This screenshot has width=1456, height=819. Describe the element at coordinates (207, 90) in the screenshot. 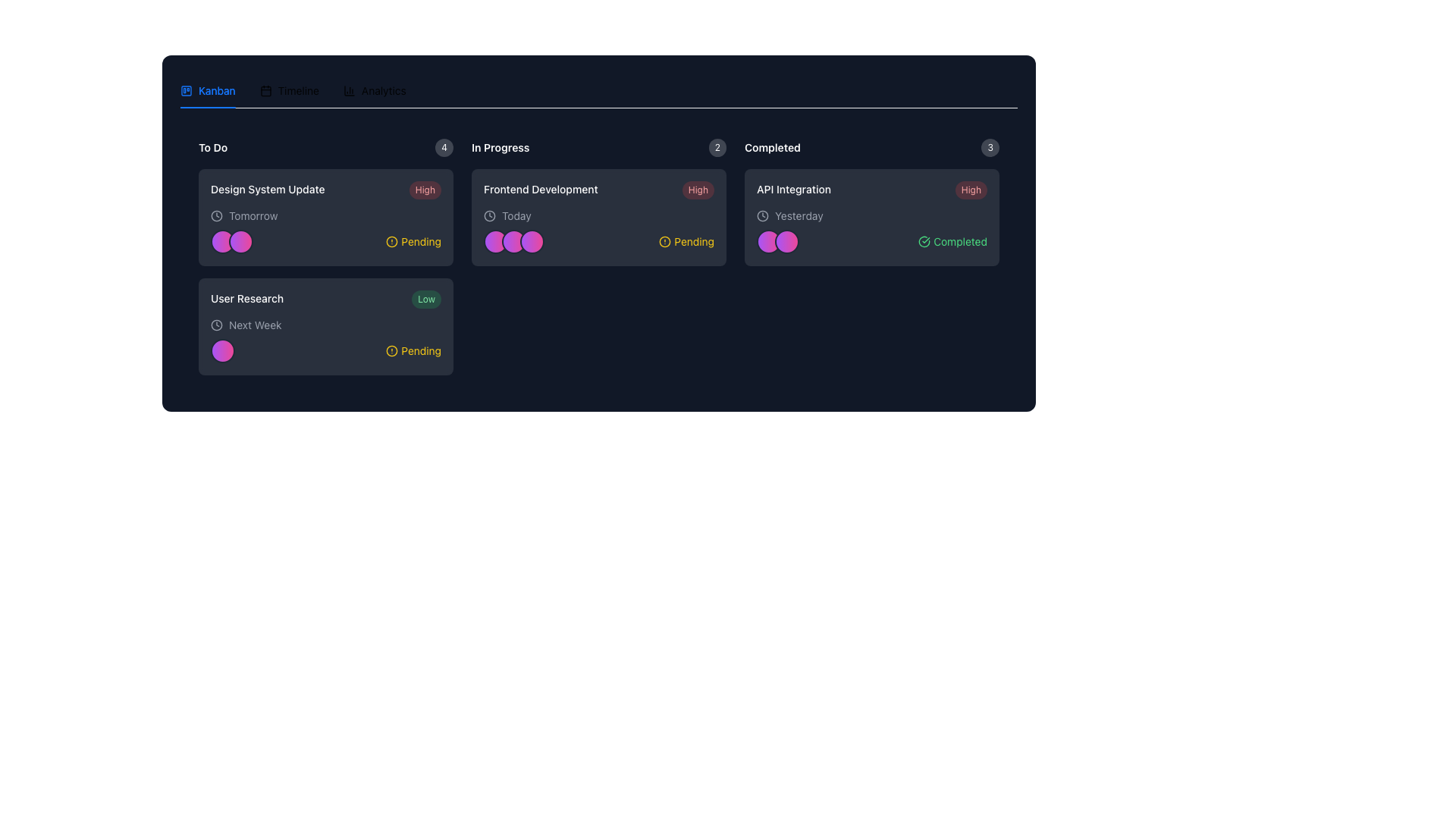

I see `the 'Kanban' tab` at that location.